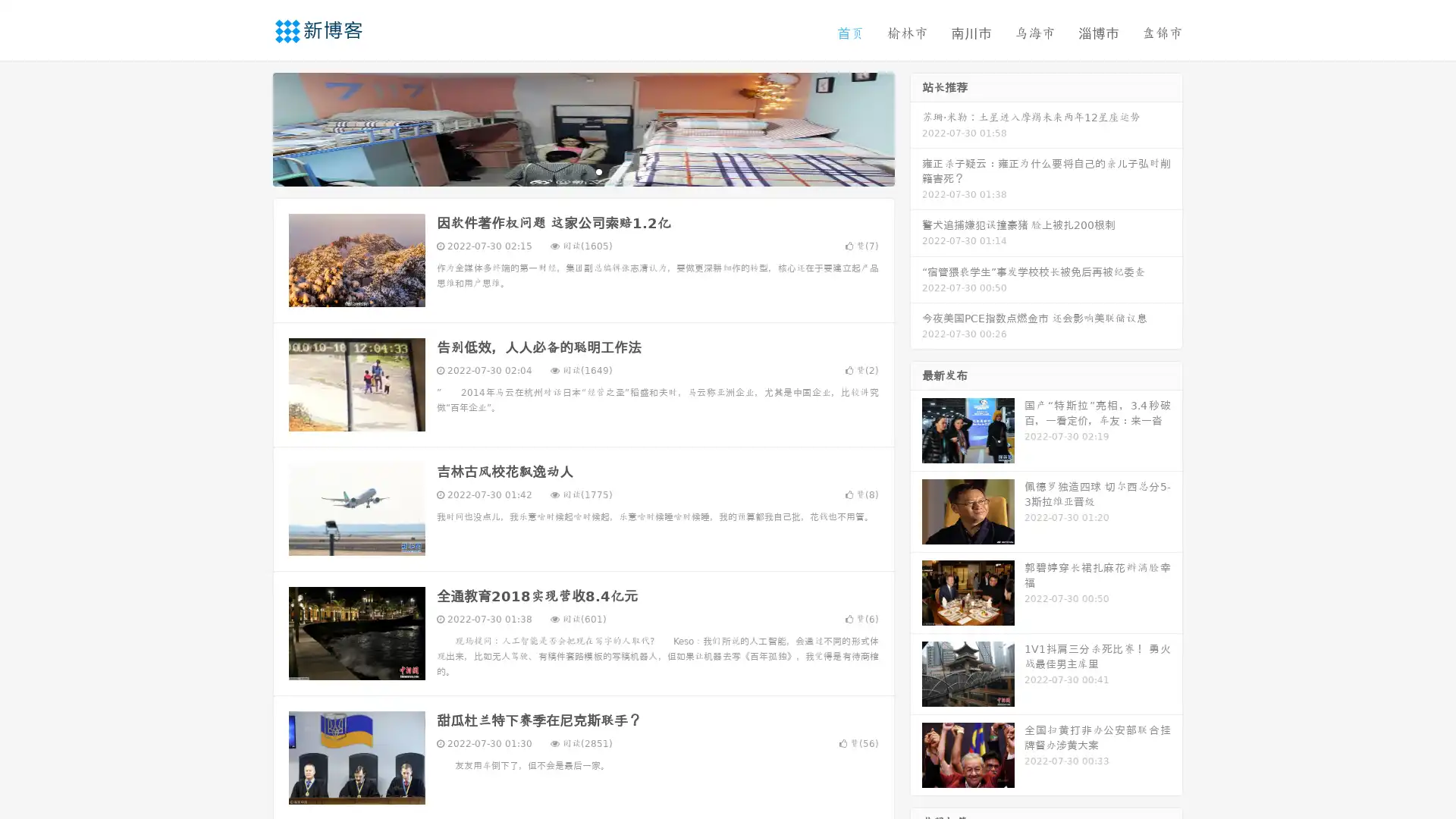  I want to click on Go to slide 1, so click(567, 171).